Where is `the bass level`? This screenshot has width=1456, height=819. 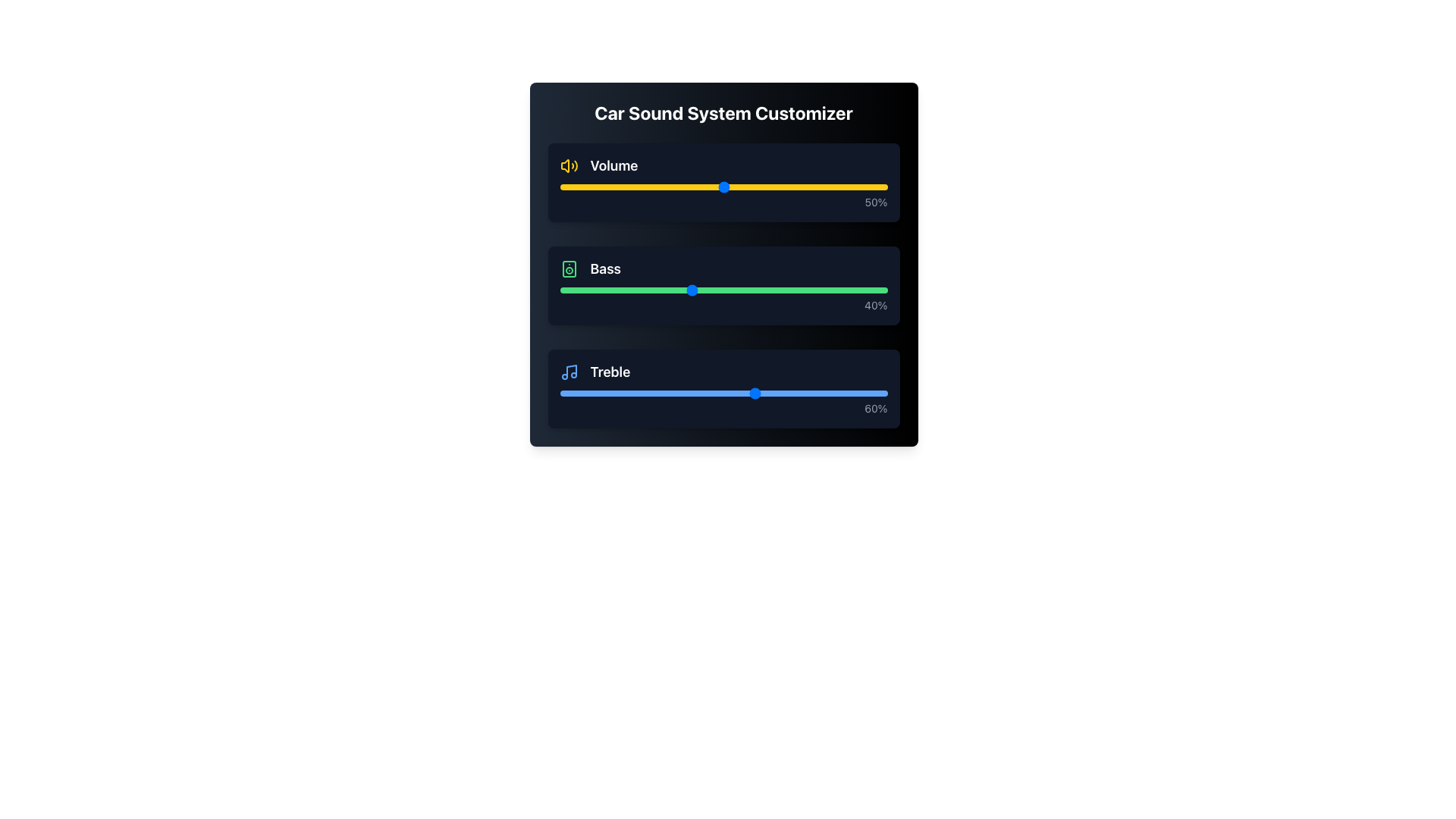 the bass level is located at coordinates (670, 290).